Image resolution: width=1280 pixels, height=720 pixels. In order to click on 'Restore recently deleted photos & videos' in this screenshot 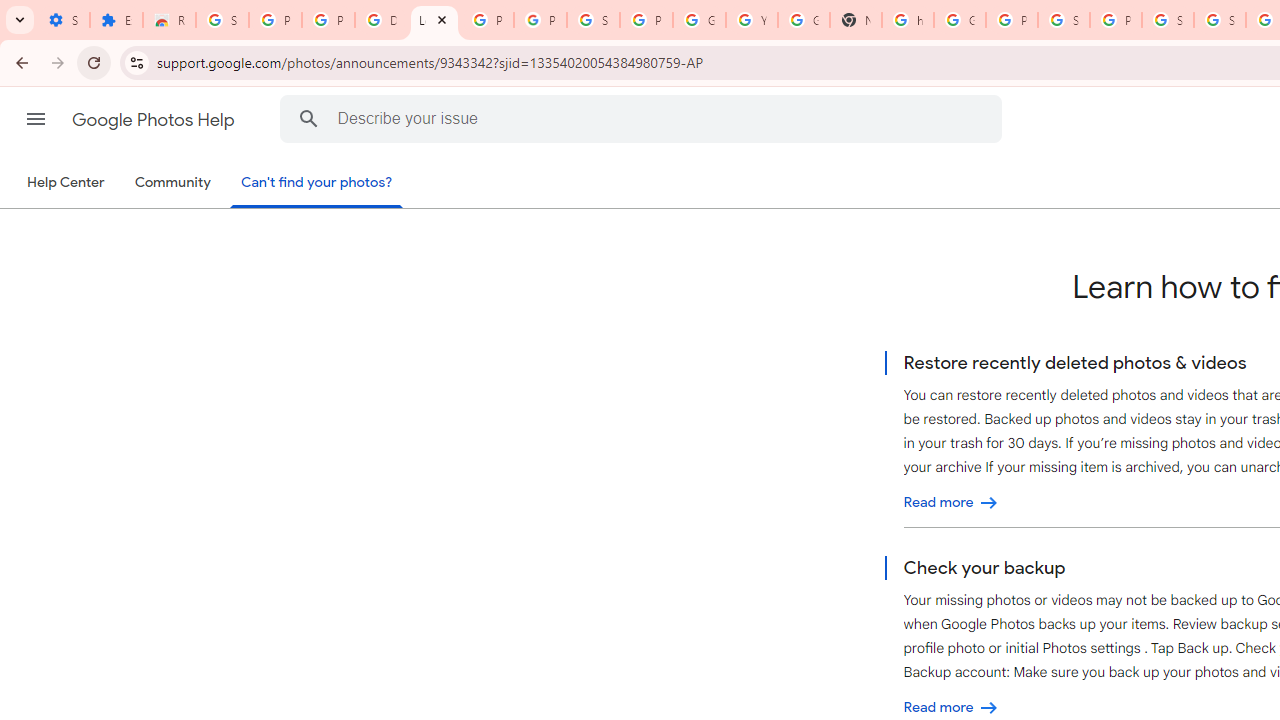, I will do `click(950, 501)`.